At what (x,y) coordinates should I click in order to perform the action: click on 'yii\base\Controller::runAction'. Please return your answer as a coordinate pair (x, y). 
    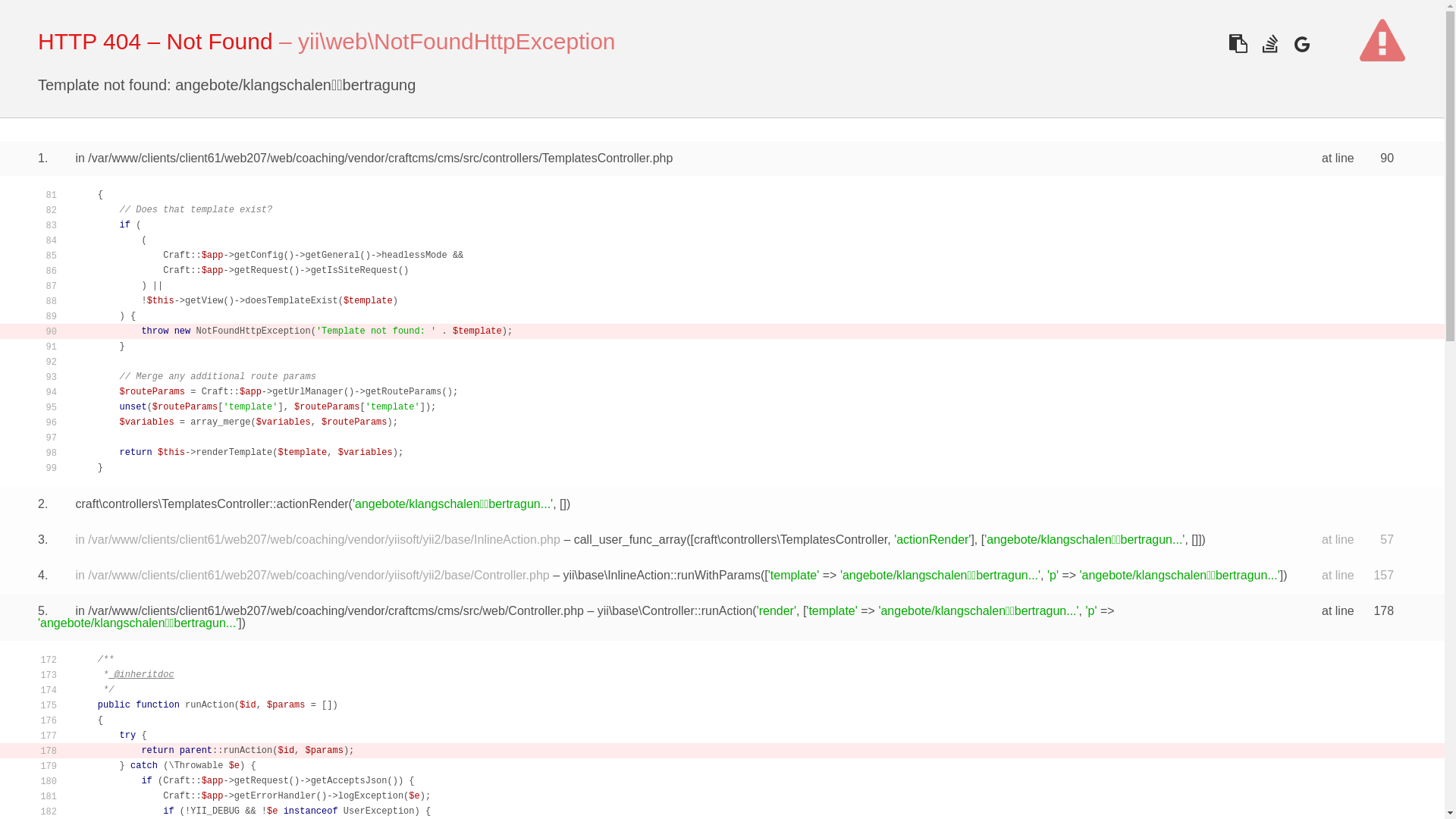
    Looking at the image, I should click on (674, 610).